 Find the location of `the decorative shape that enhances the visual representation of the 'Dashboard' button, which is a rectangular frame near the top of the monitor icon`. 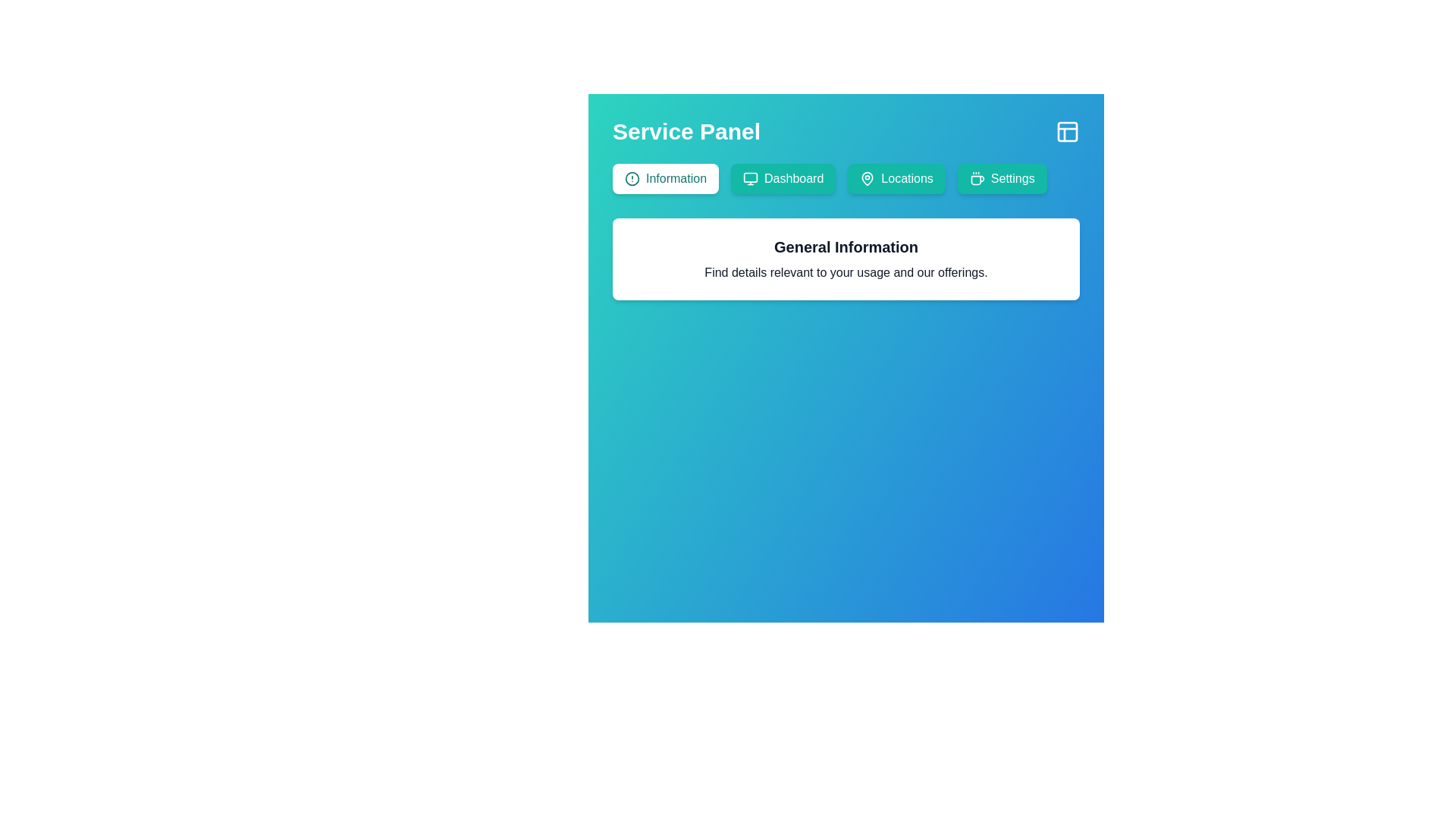

the decorative shape that enhances the visual representation of the 'Dashboard' button, which is a rectangular frame near the top of the monitor icon is located at coordinates (751, 177).